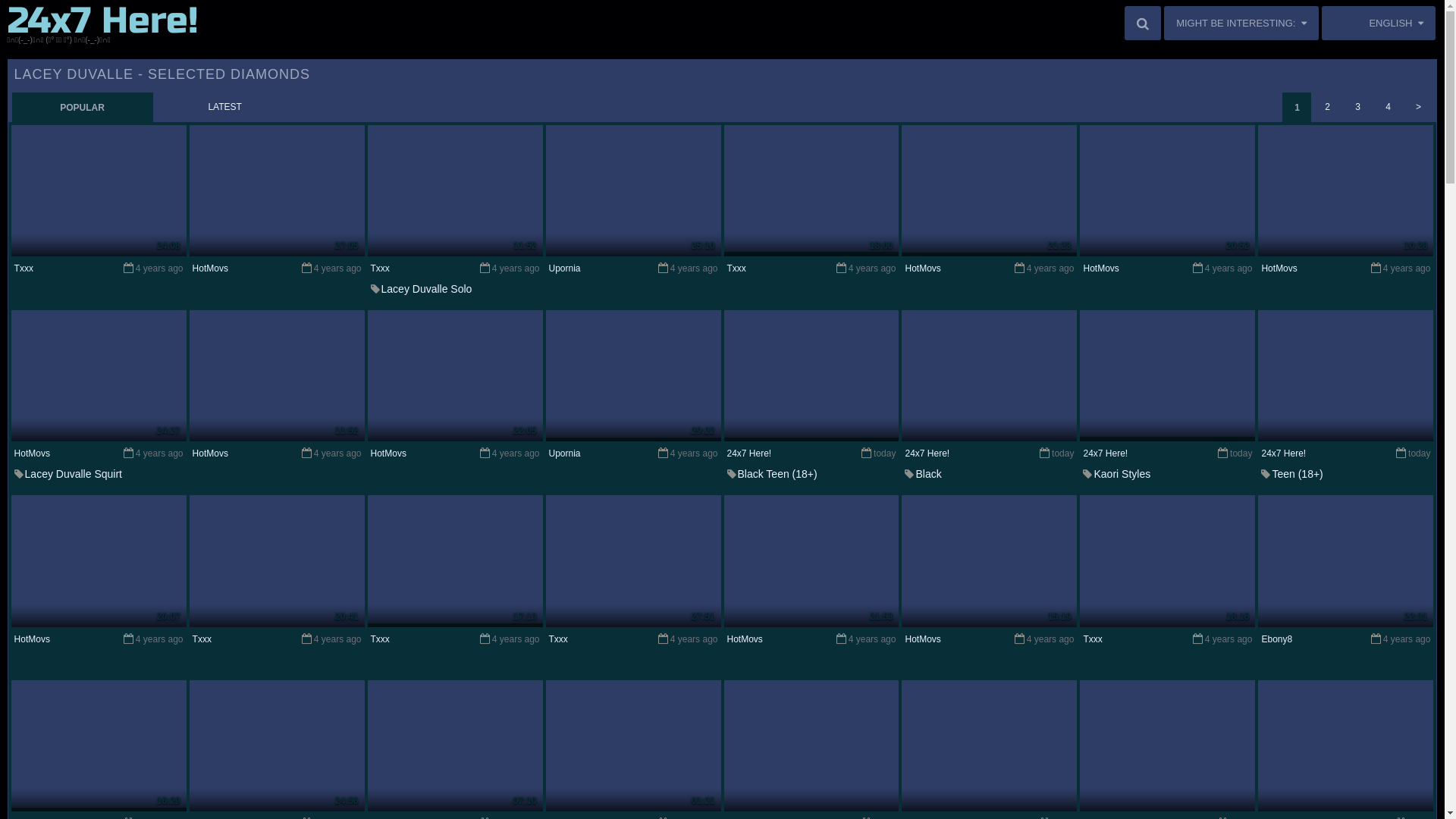 The height and width of the screenshot is (819, 1456). Describe the element at coordinates (82, 106) in the screenshot. I see `'POPULAR'` at that location.